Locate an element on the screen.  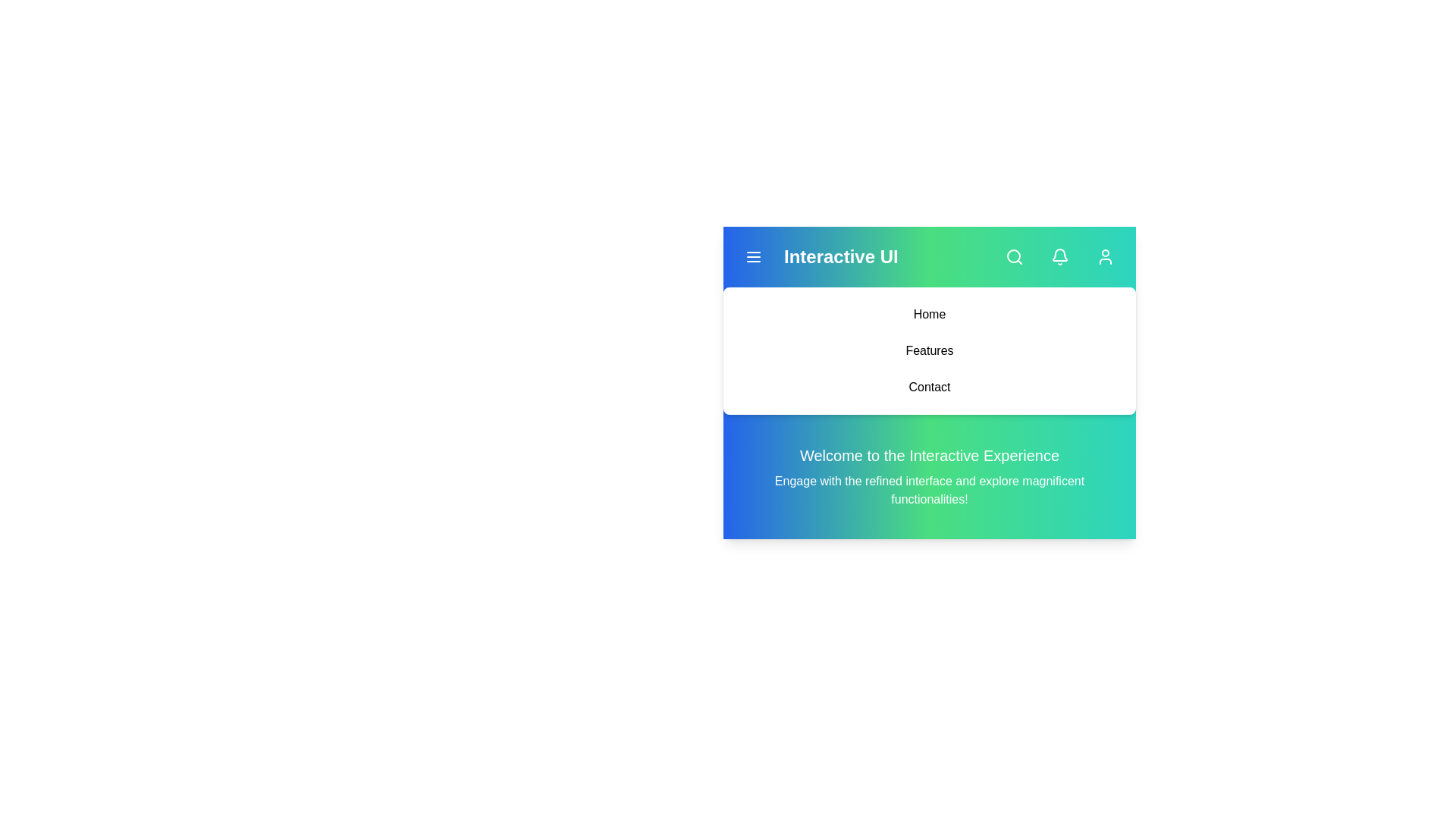
the 'Notifications' button to open the notifications panel is located at coordinates (1059, 256).